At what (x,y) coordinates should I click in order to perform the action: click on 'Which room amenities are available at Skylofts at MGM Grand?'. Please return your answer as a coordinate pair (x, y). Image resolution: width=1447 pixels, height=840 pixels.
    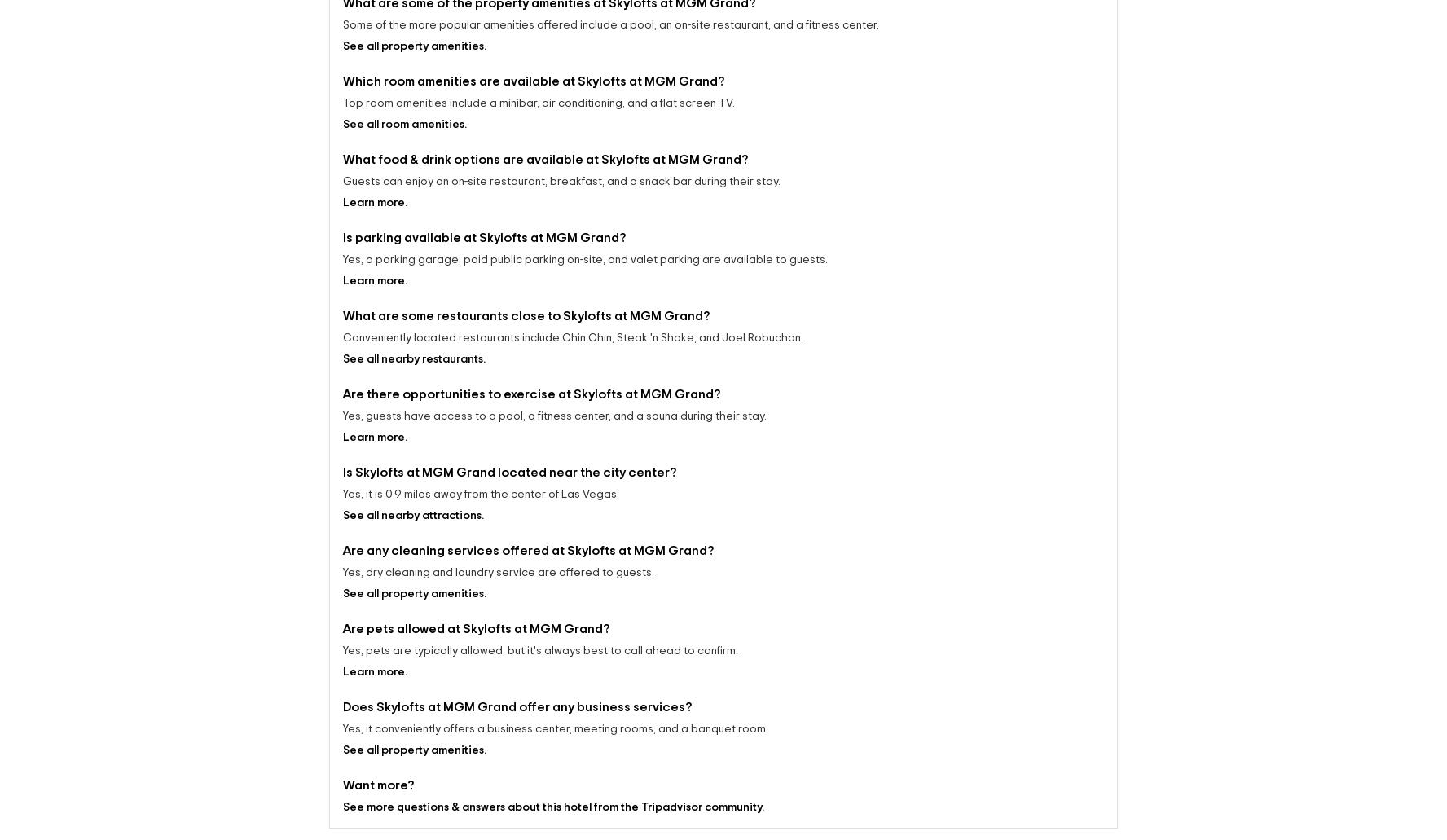
    Looking at the image, I should click on (532, 66).